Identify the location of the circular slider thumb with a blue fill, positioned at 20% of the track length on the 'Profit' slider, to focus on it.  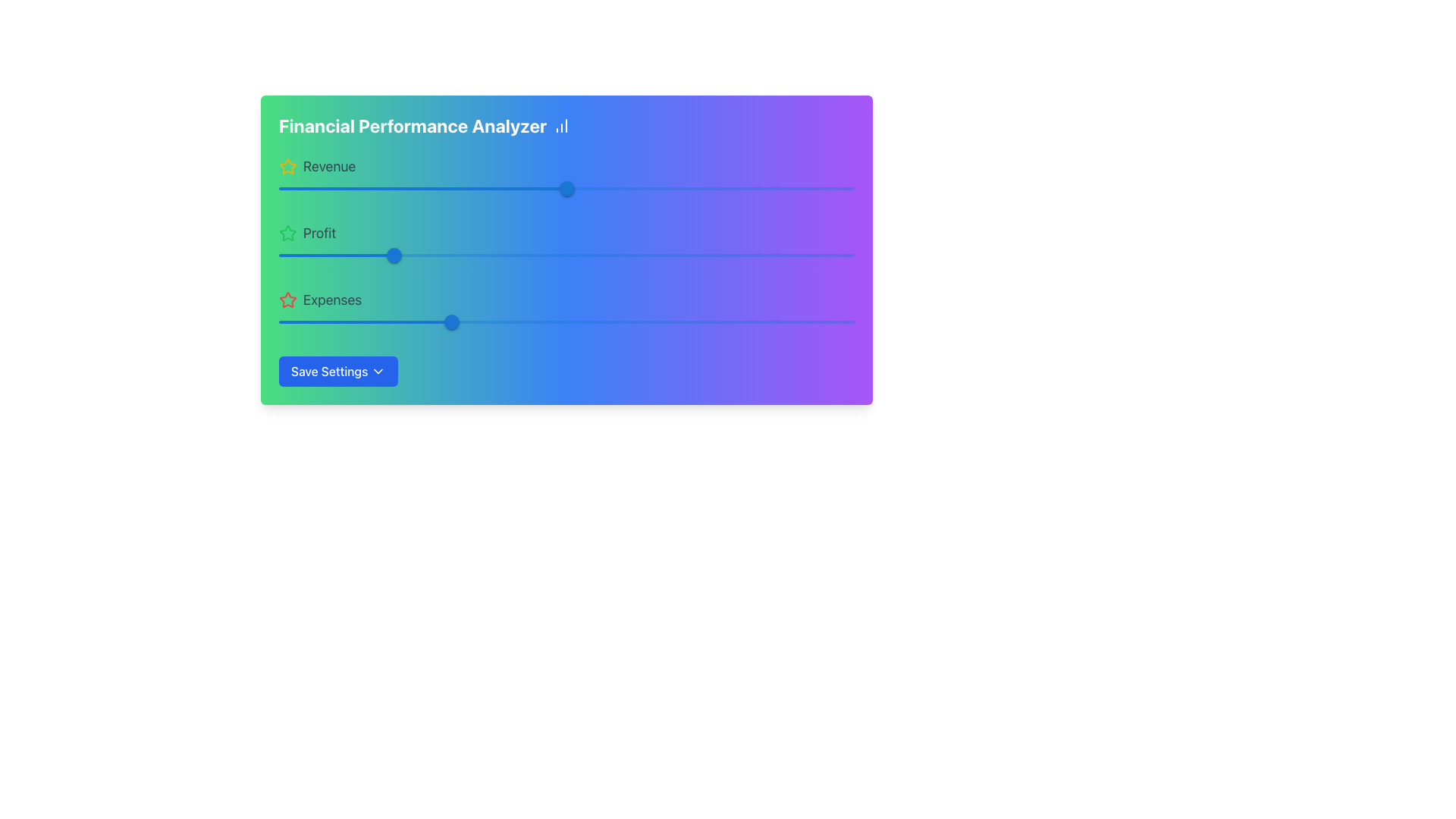
(394, 254).